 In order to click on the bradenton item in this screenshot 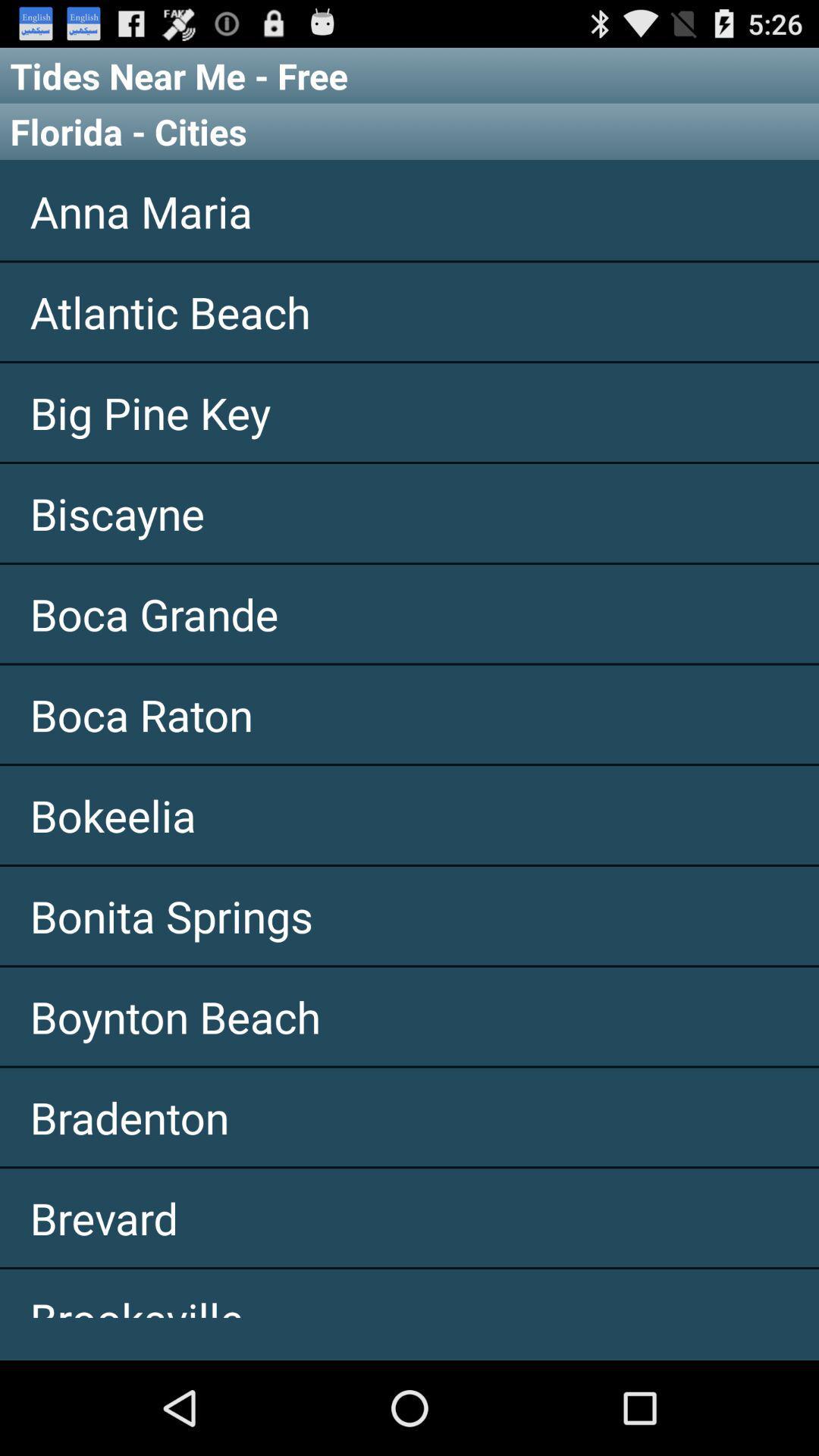, I will do `click(409, 1117)`.